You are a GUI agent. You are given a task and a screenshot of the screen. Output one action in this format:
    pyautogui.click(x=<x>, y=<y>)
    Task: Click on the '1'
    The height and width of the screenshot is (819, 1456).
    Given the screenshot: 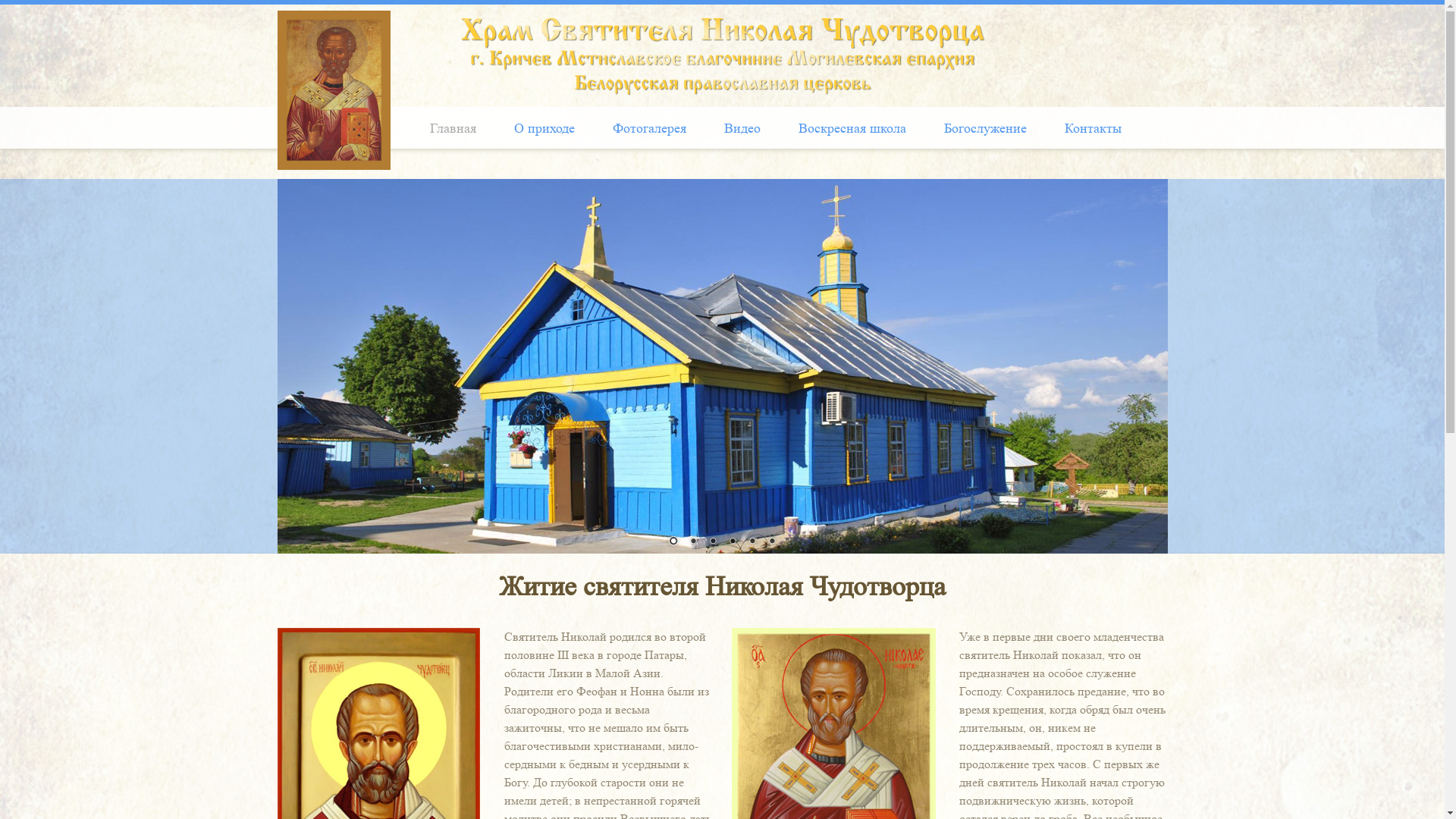 What is the action you would take?
    pyautogui.click(x=672, y=541)
    